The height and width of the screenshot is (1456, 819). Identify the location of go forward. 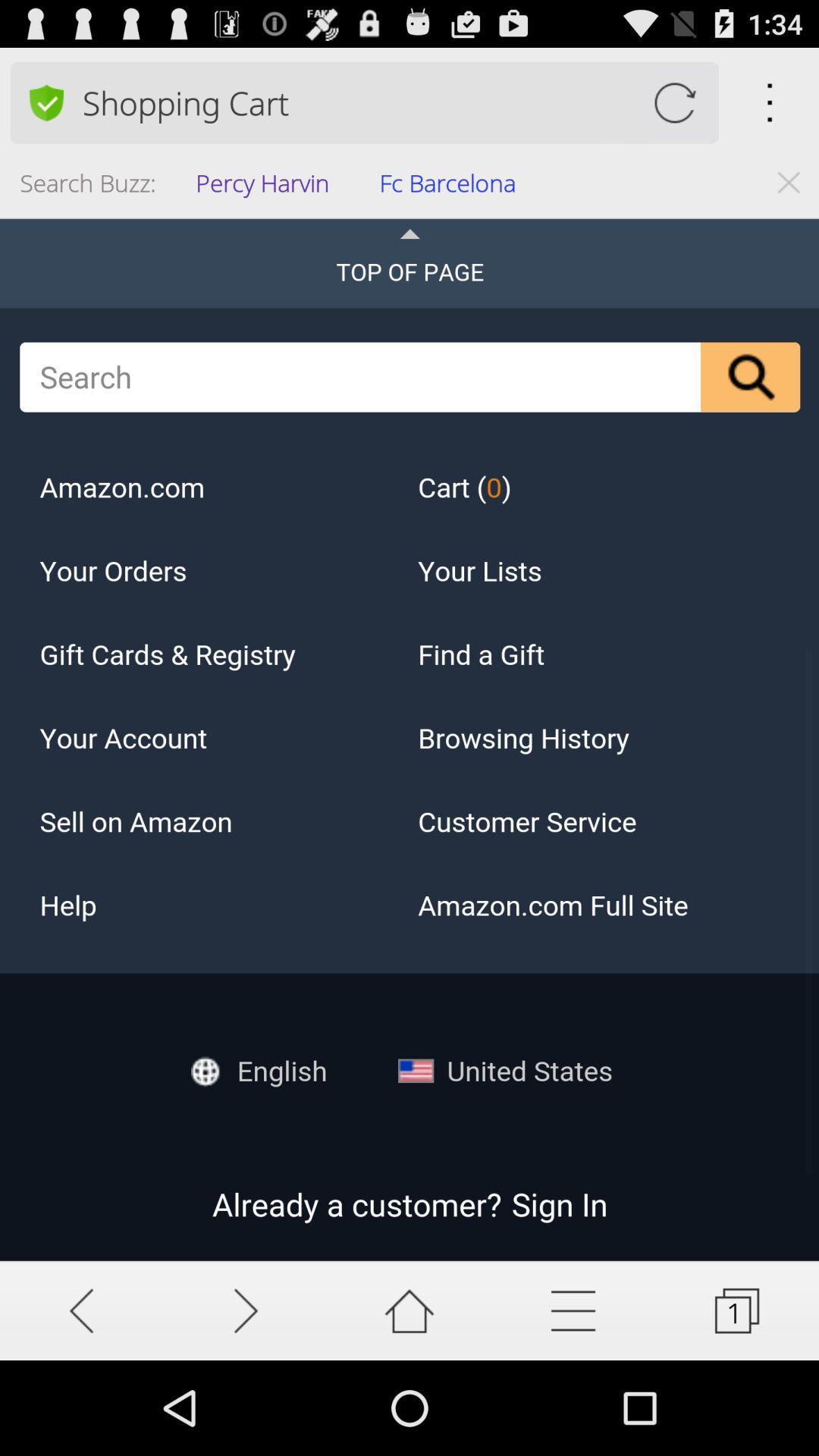
(245, 1310).